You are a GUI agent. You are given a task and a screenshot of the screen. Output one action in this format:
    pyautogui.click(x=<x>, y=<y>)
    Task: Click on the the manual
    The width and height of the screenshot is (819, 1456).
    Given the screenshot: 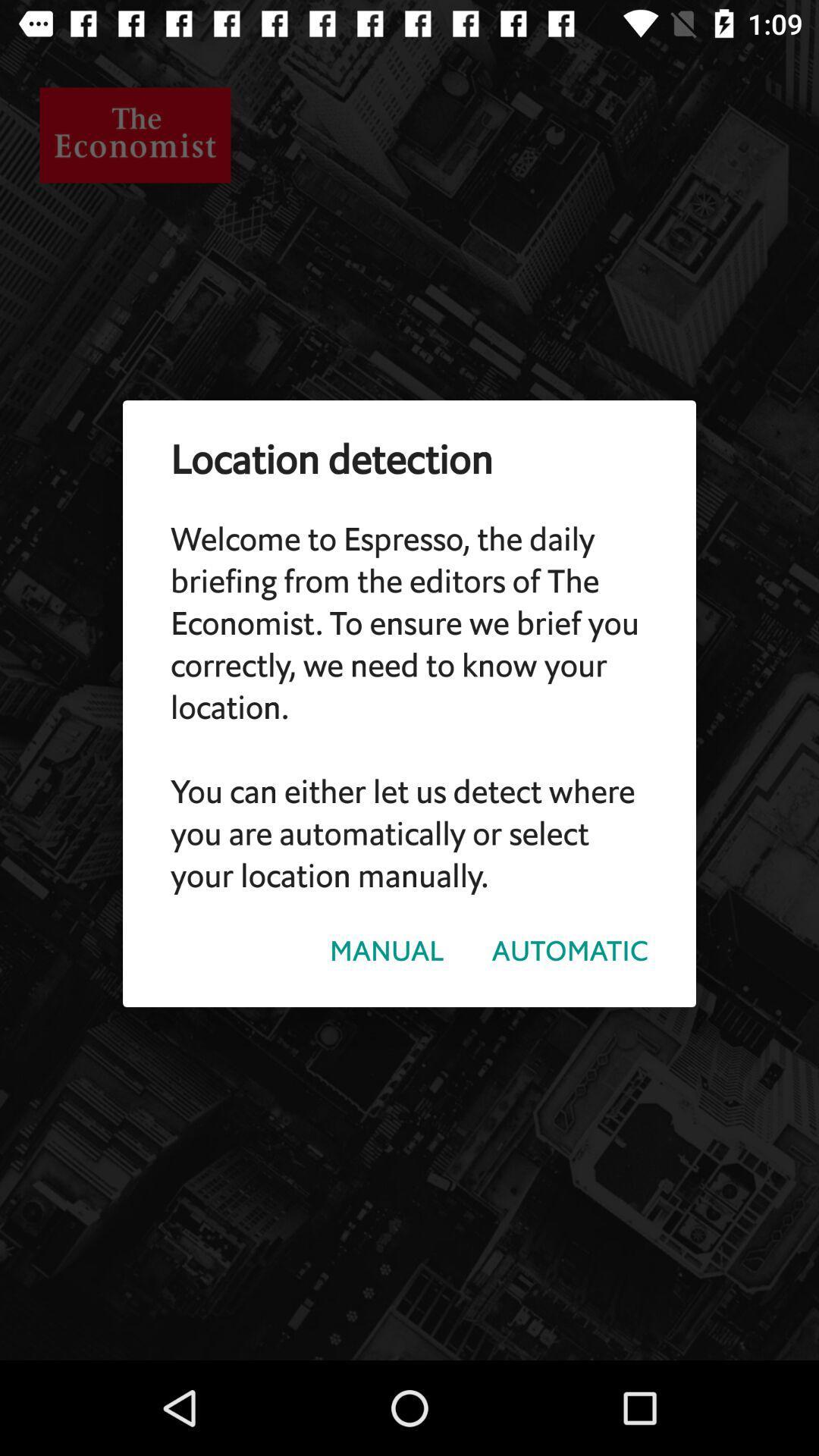 What is the action you would take?
    pyautogui.click(x=386, y=950)
    